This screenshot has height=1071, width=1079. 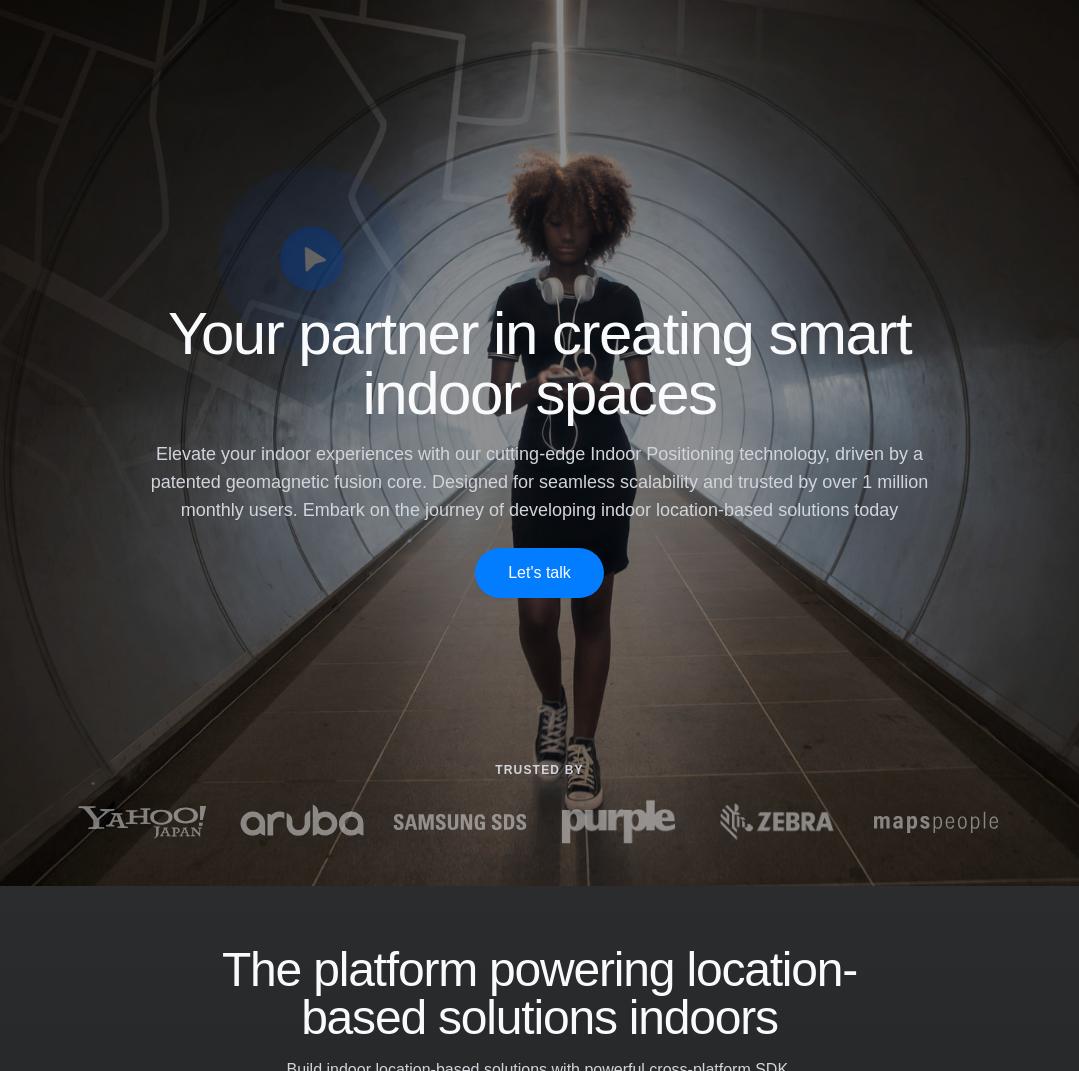 What do you see at coordinates (527, 951) in the screenshot?
I see `'Re-introducing IndoorAtlas Heatmap'` at bounding box center [527, 951].